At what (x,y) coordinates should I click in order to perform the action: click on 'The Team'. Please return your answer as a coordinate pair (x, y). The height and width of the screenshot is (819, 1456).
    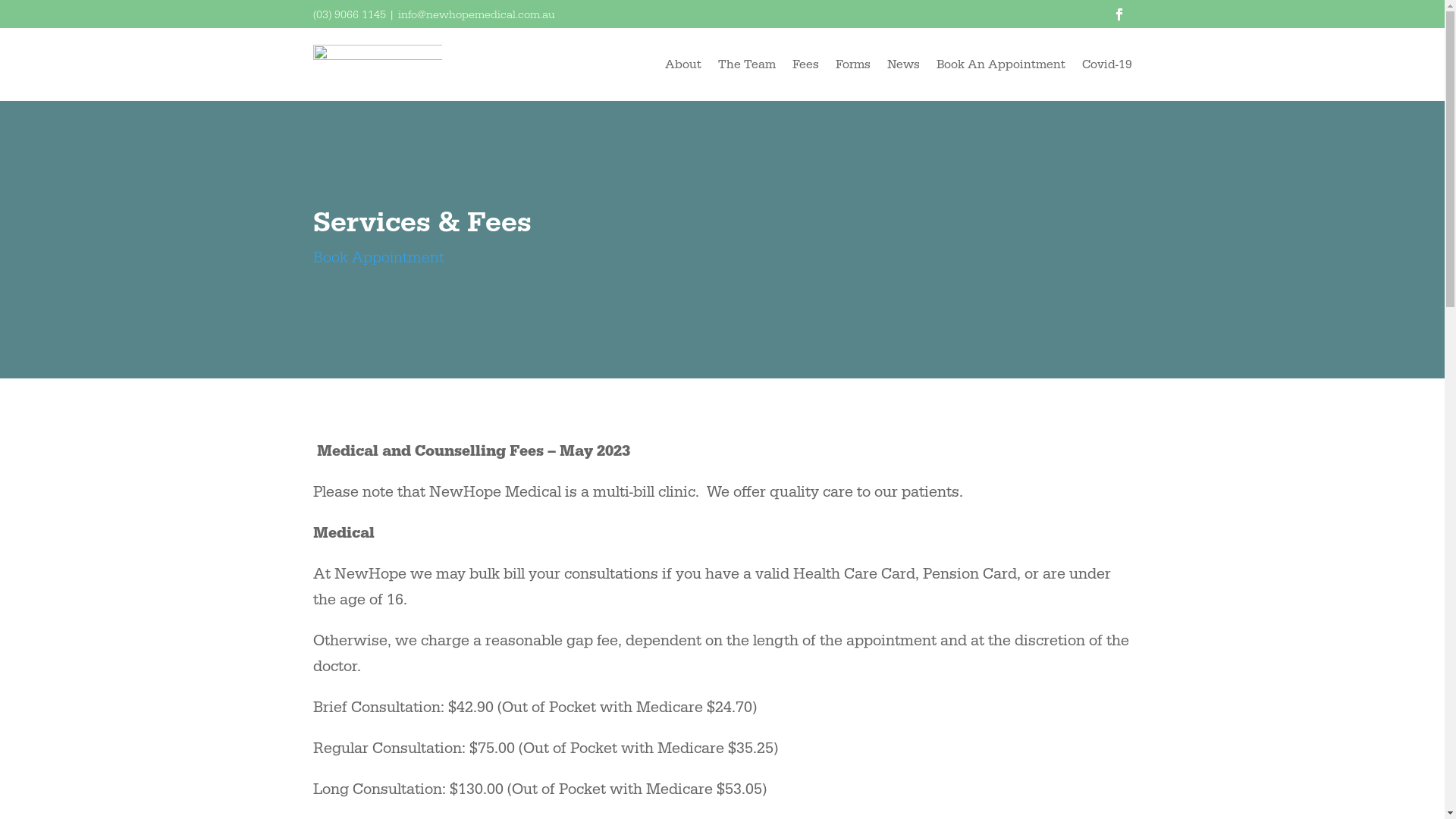
    Looking at the image, I should click on (745, 63).